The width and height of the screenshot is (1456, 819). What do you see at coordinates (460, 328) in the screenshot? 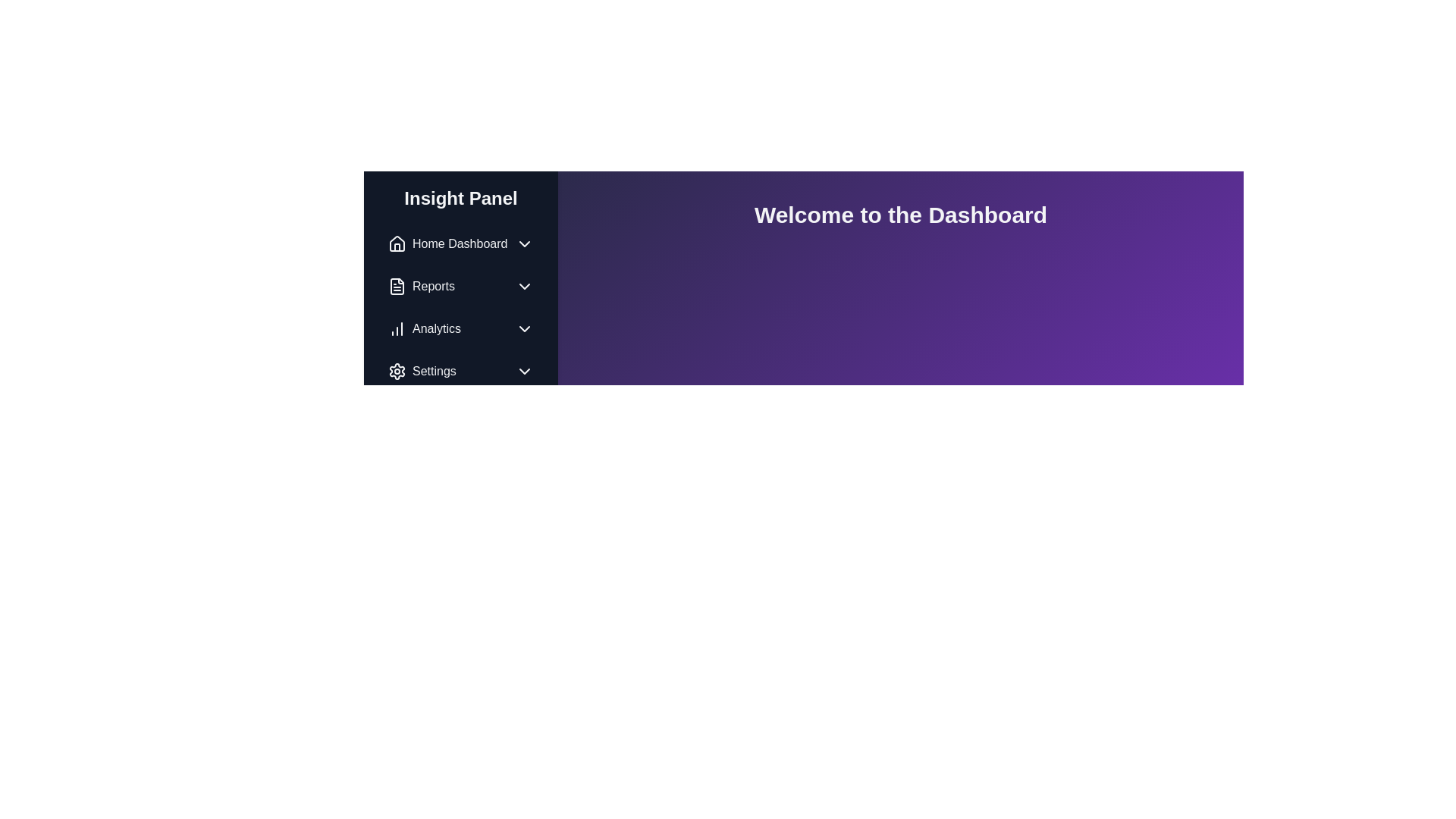
I see `the third button in the vertical stack of navigation options on the left panel` at bounding box center [460, 328].